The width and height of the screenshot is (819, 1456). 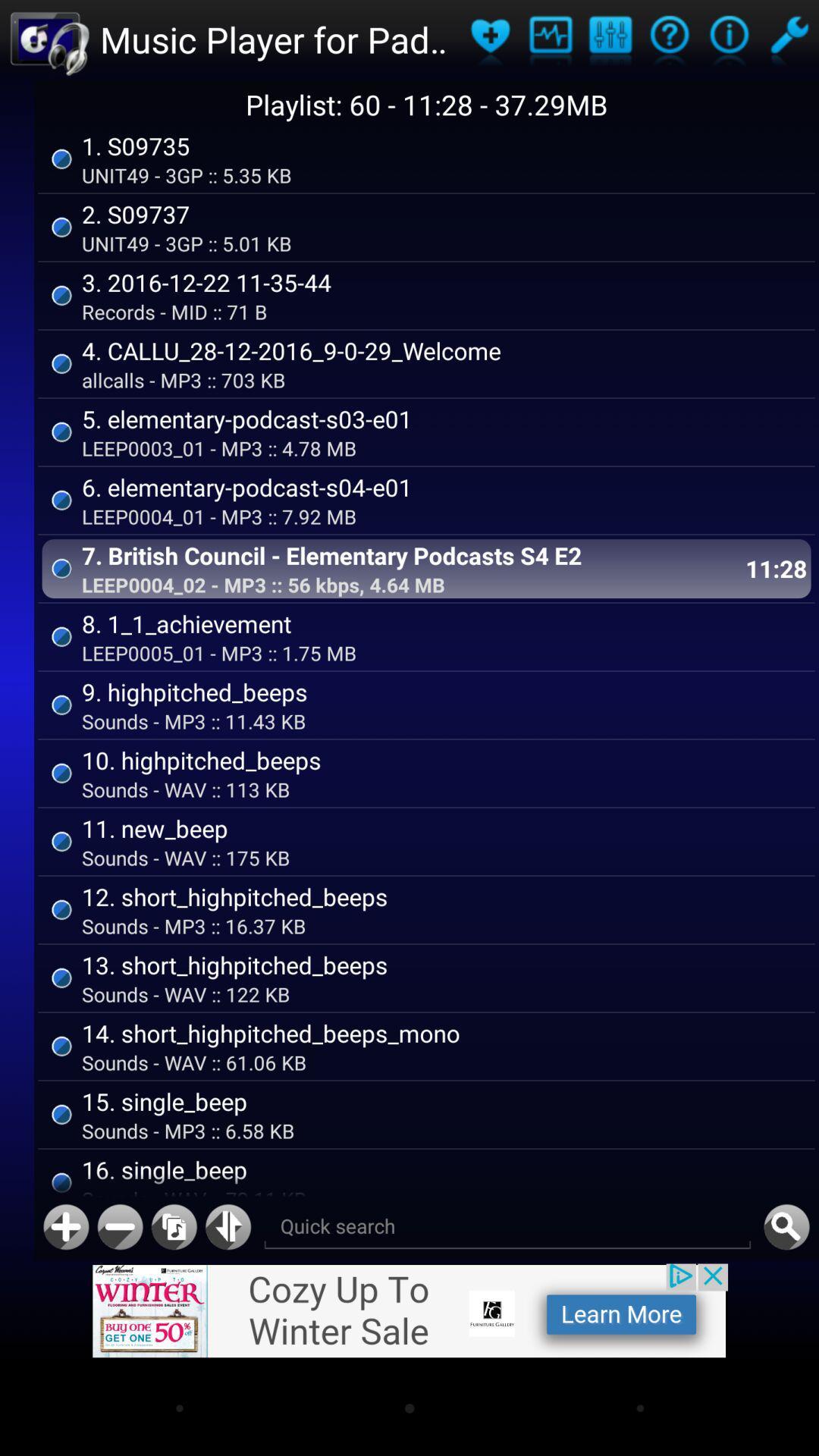 What do you see at coordinates (728, 39) in the screenshot?
I see `help button` at bounding box center [728, 39].